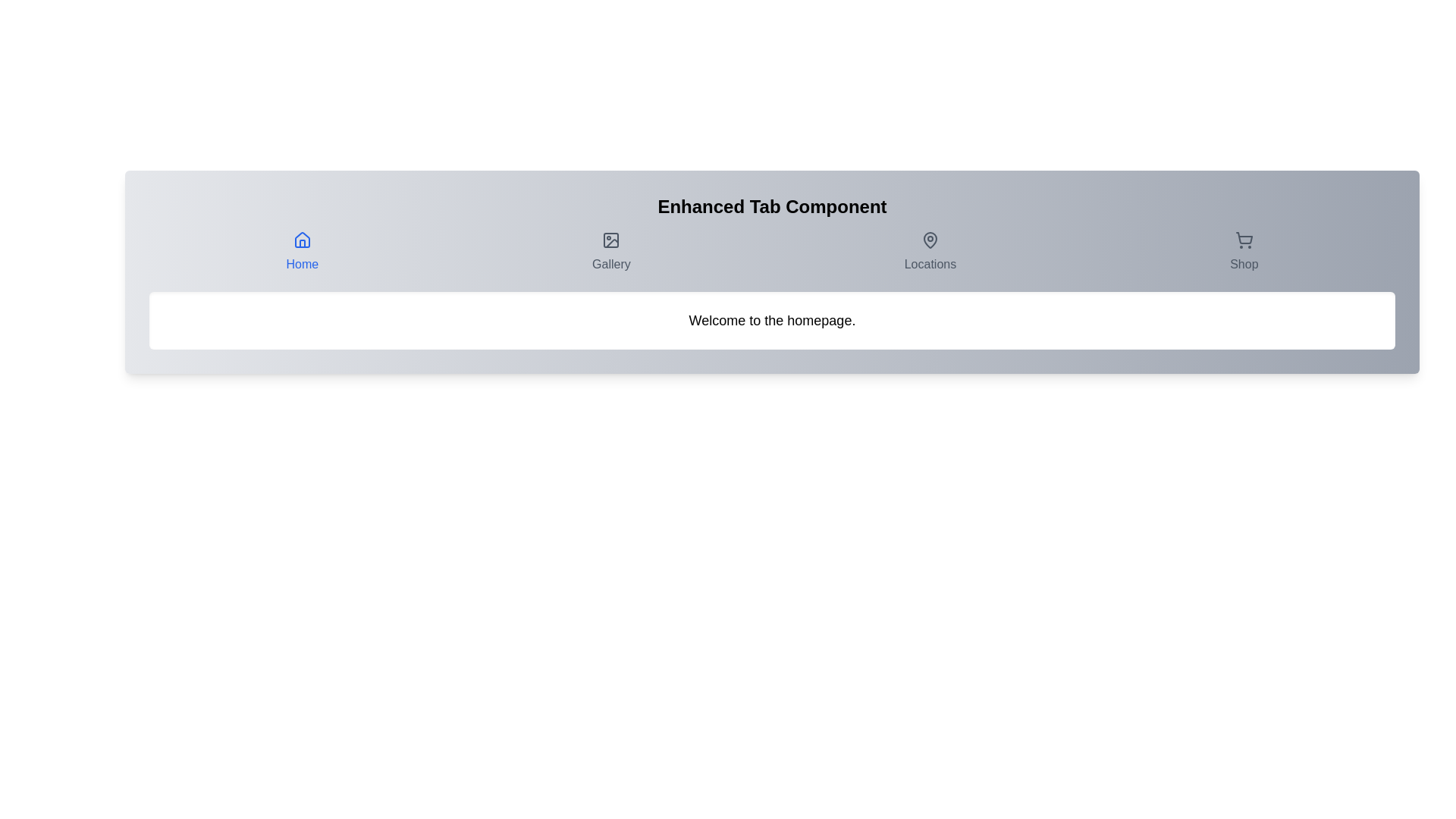 The width and height of the screenshot is (1456, 819). I want to click on the house icon with a blue outline in the navigation bar, so click(302, 239).